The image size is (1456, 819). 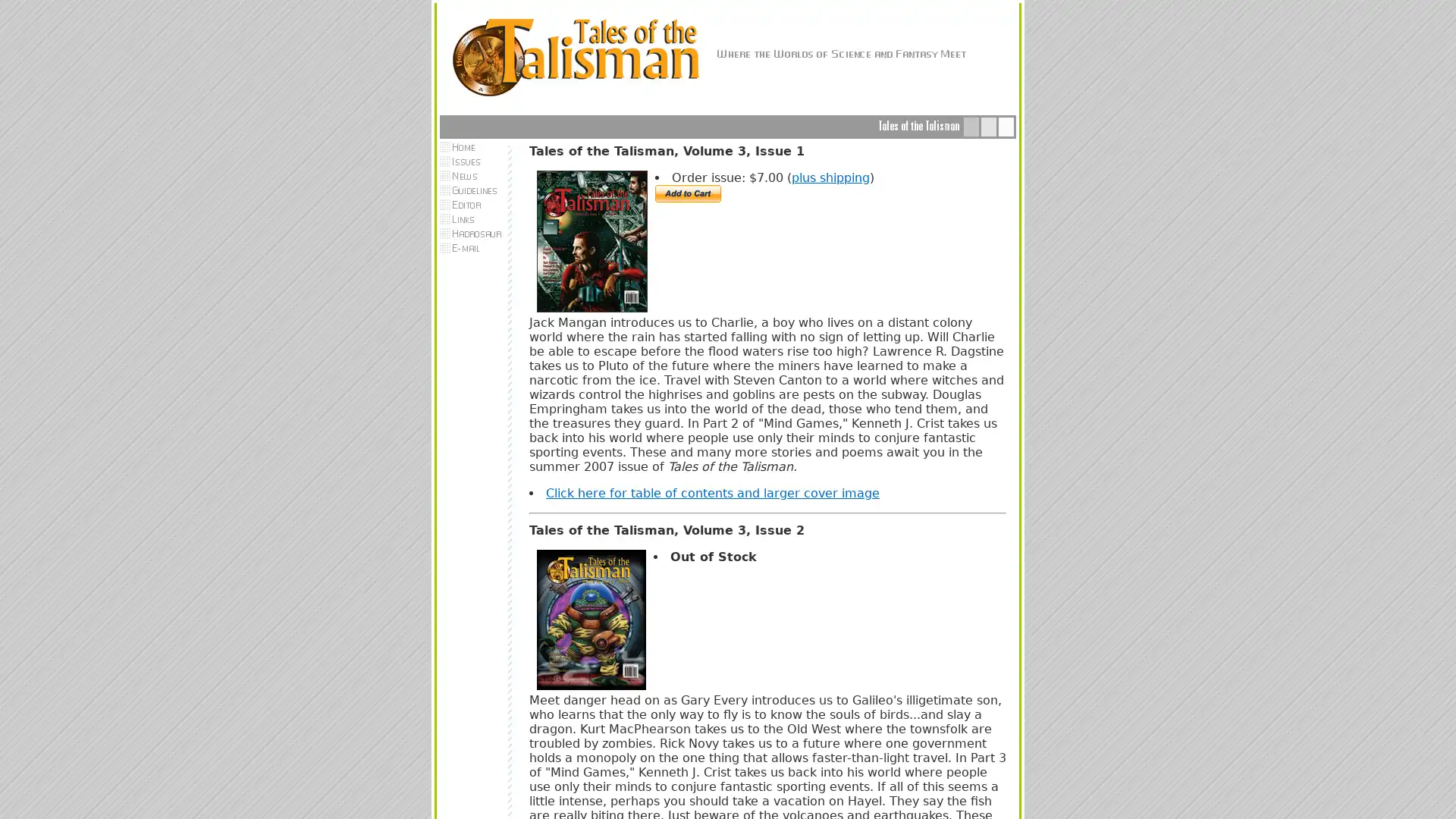 I want to click on Make payments with PayPal - it's fast, free and secure!, so click(x=687, y=193).